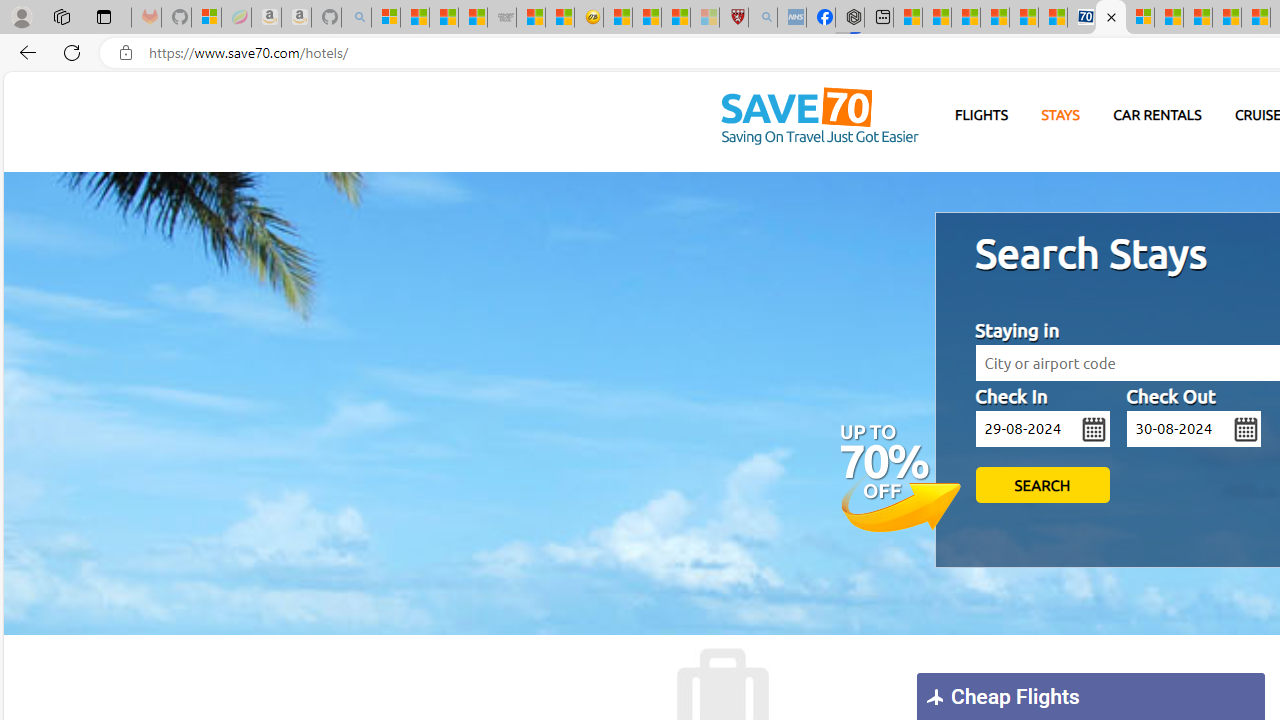  What do you see at coordinates (705, 17) in the screenshot?
I see `'12 Popular Science Lies that Must be Corrected - Sleeping'` at bounding box center [705, 17].